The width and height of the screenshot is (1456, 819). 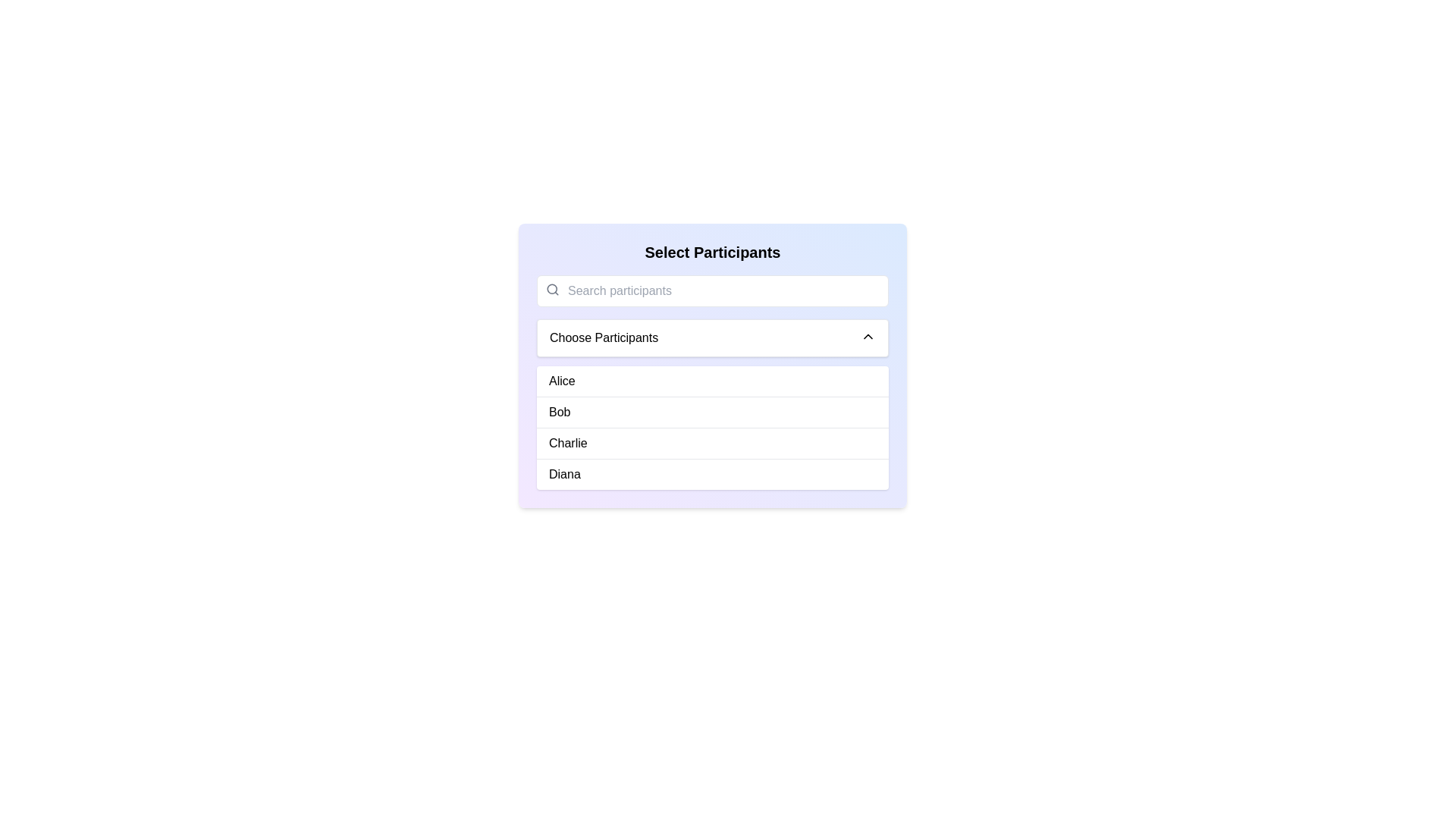 What do you see at coordinates (712, 337) in the screenshot?
I see `the 'Choose Participants' dropdown button` at bounding box center [712, 337].